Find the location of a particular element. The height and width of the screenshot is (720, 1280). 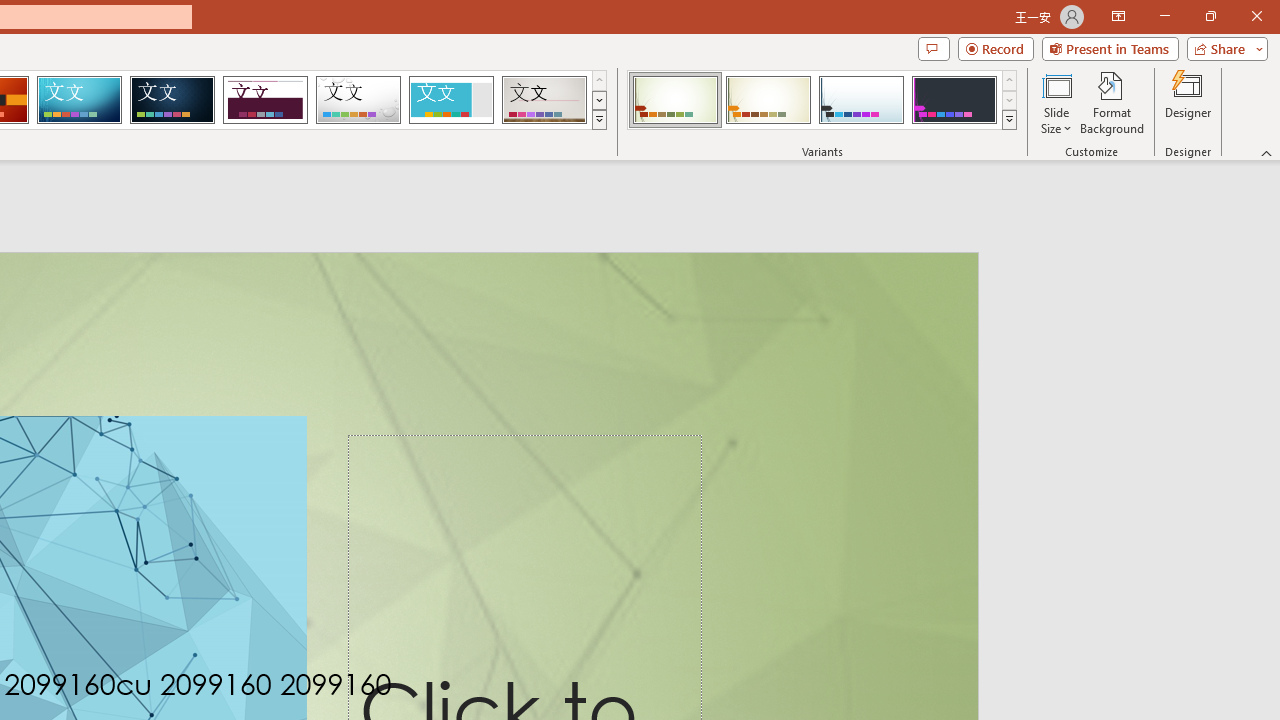

'Slide Size' is located at coordinates (1055, 103).